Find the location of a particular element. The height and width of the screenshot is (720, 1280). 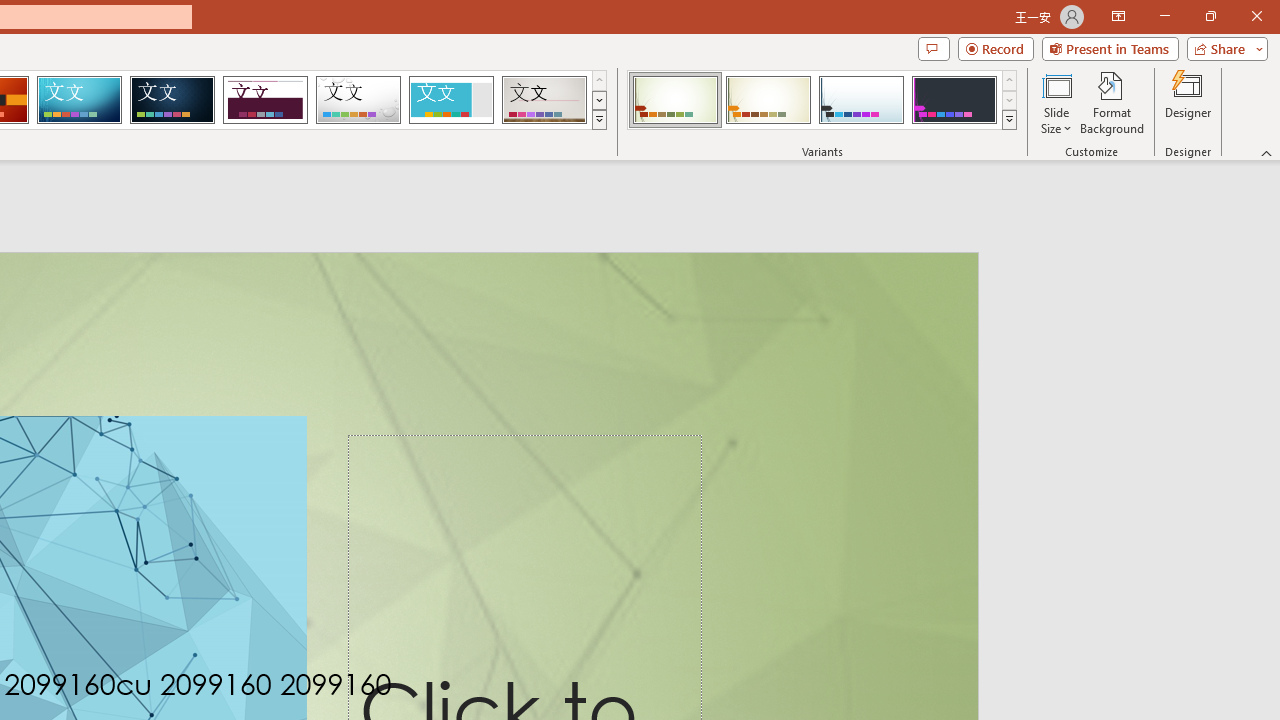

'Slide Size' is located at coordinates (1055, 103).